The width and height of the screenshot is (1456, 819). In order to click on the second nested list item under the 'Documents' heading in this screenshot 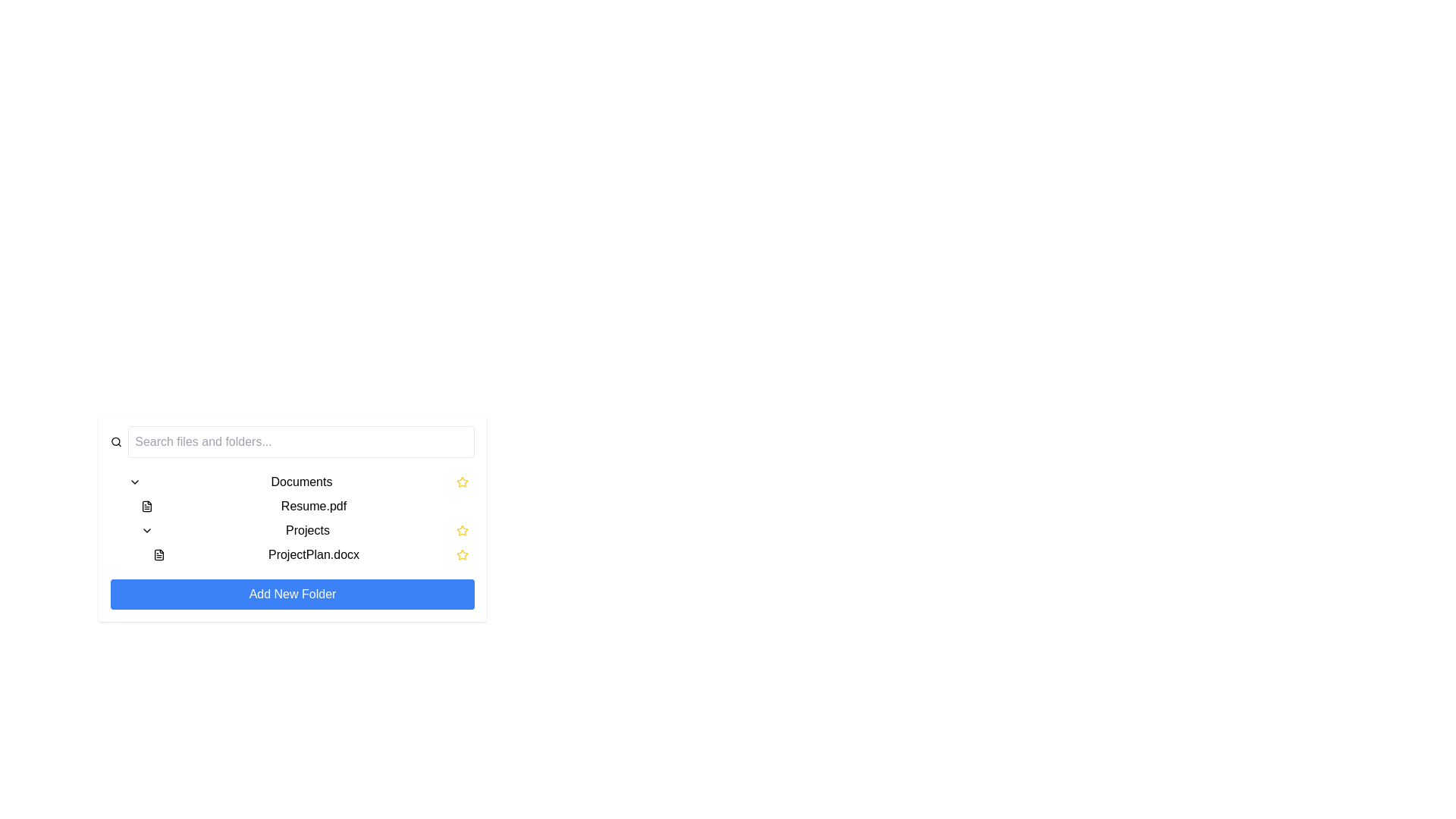, I will do `click(298, 517)`.